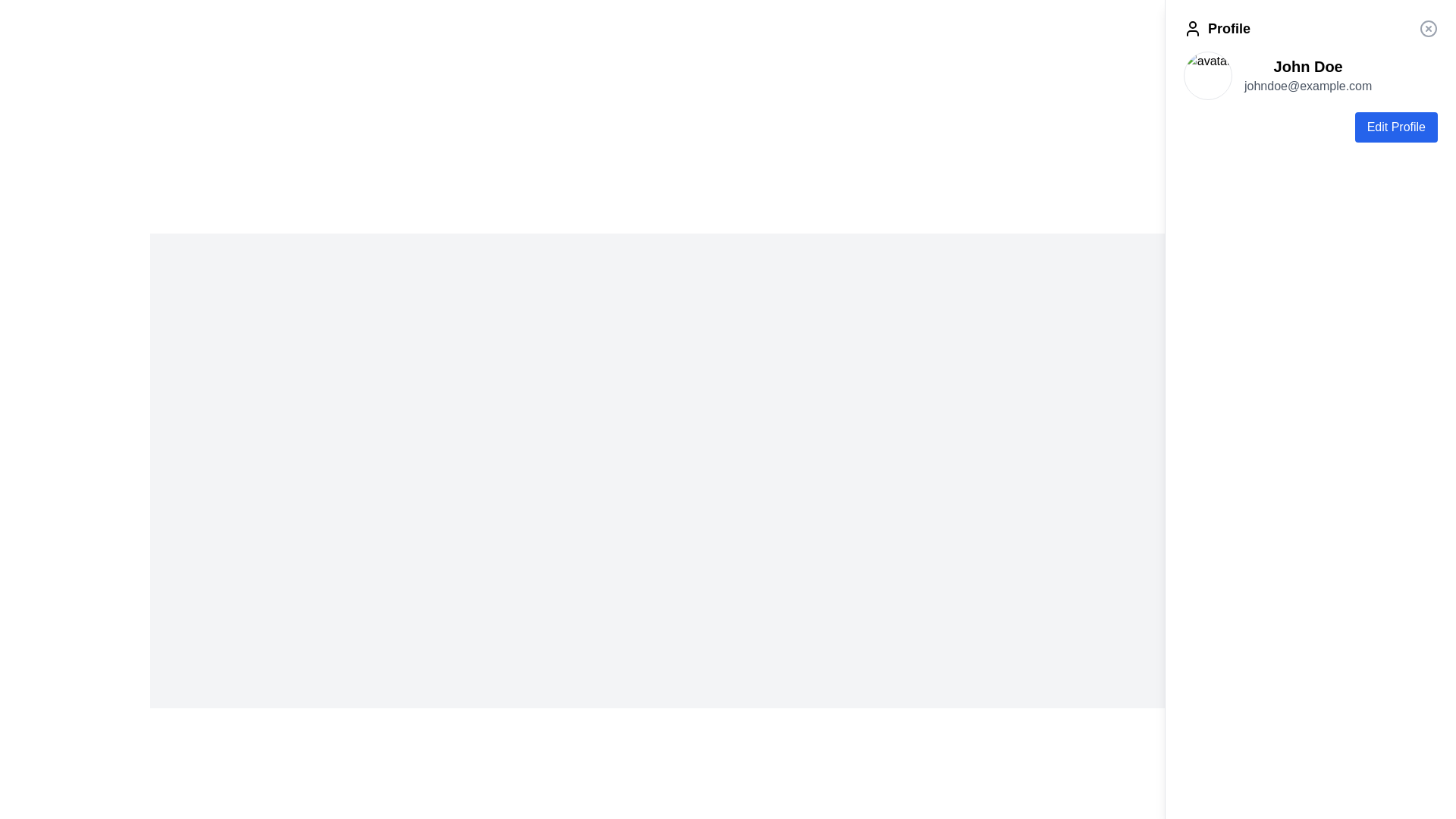 Image resolution: width=1456 pixels, height=819 pixels. I want to click on the Profile information display which shows a user avatar on the left and text information including the name 'John Doe' and email address 'johndoe@example.com', located on the right sidebar of the interface, so click(1310, 76).